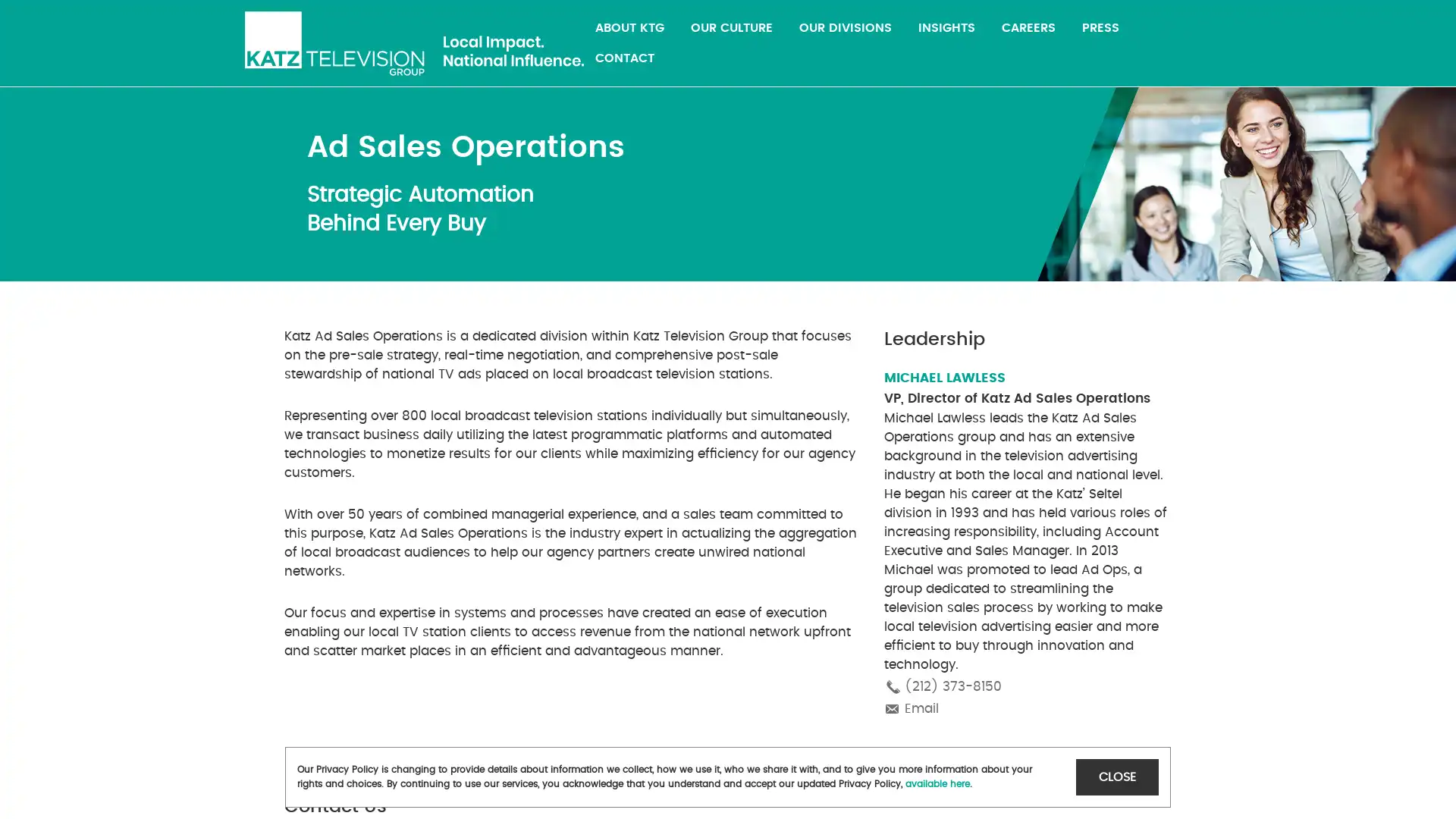  I want to click on CLOSE, so click(1117, 777).